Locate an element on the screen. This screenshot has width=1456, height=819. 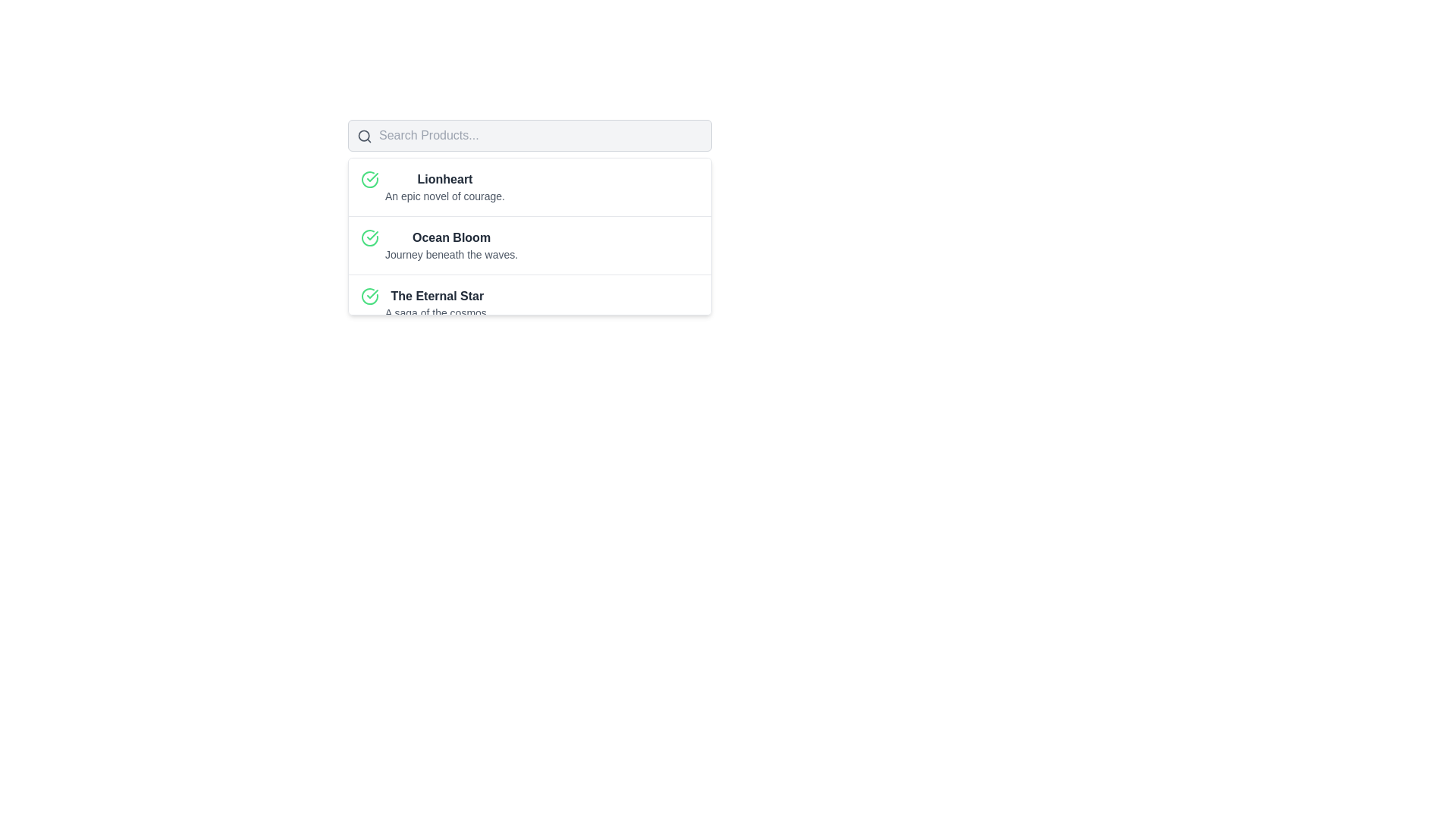
the text block displaying information about the book, which is the first item in the vertical list, located below the search bar is located at coordinates (444, 186).